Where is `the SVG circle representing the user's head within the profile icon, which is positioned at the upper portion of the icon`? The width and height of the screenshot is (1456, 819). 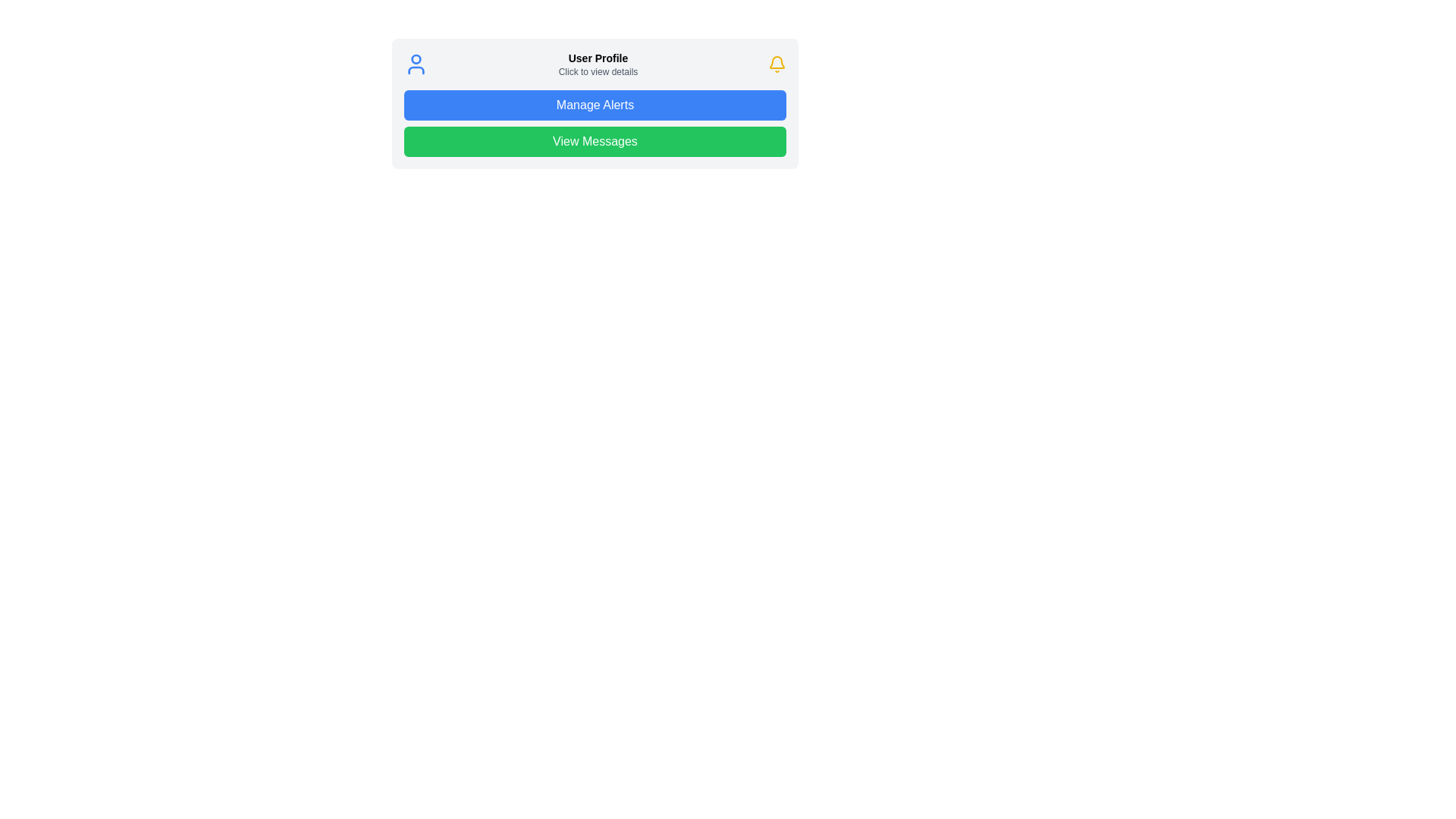
the SVG circle representing the user's head within the profile icon, which is positioned at the upper portion of the icon is located at coordinates (416, 58).